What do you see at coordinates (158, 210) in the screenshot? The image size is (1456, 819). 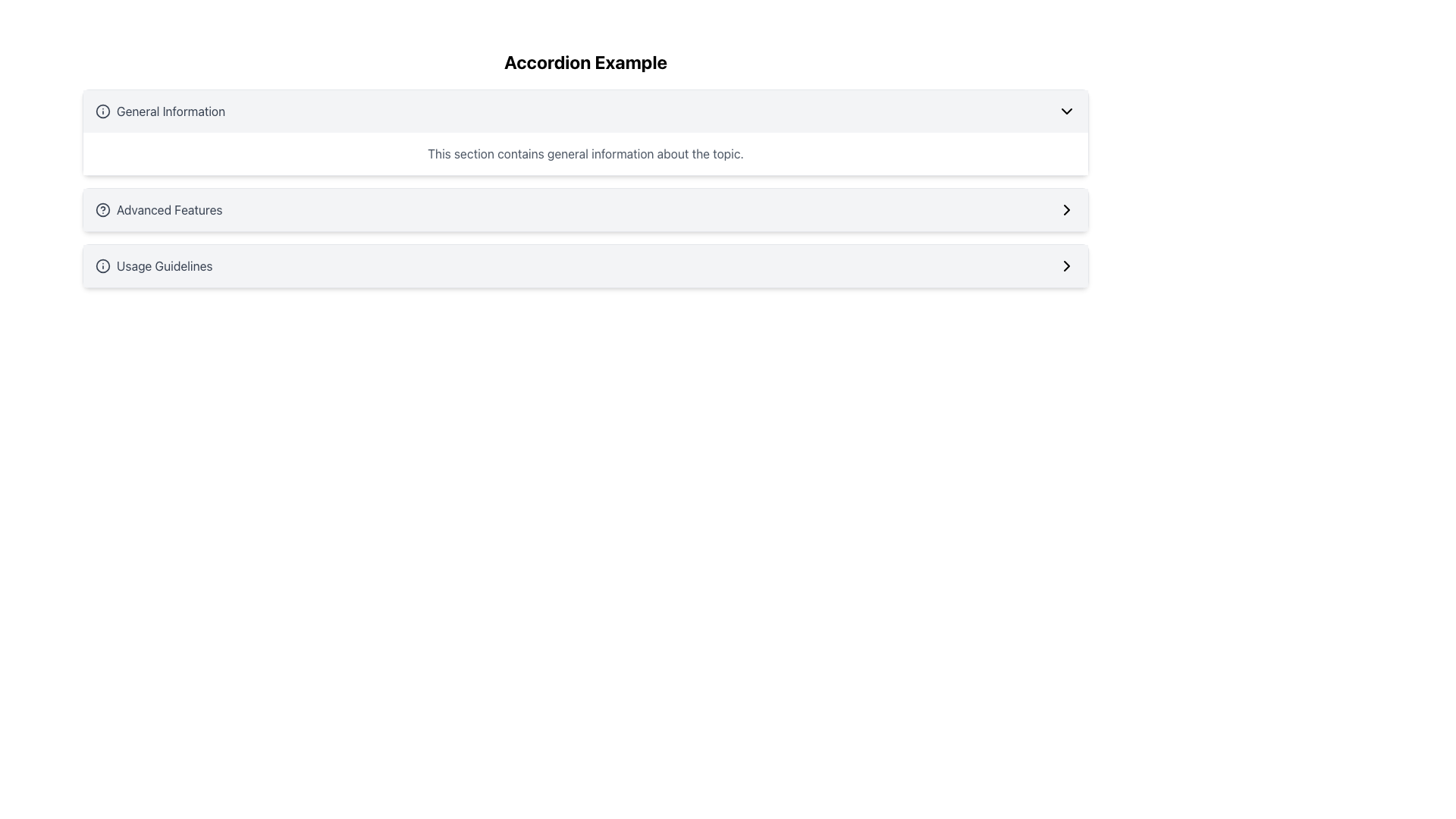 I see `the 'Advanced Features' label in the accordion interface, which is the second item in the vertically stacked list` at bounding box center [158, 210].